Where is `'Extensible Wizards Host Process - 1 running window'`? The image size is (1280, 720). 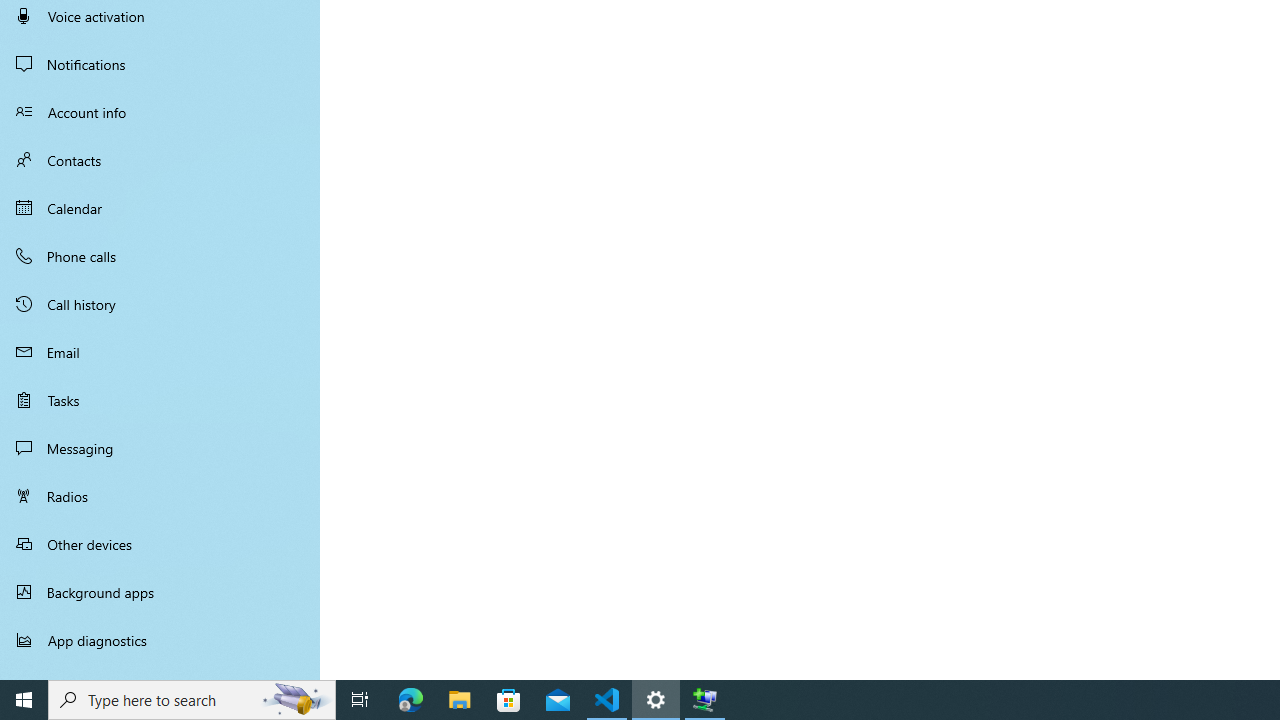 'Extensible Wizards Host Process - 1 running window' is located at coordinates (705, 698).